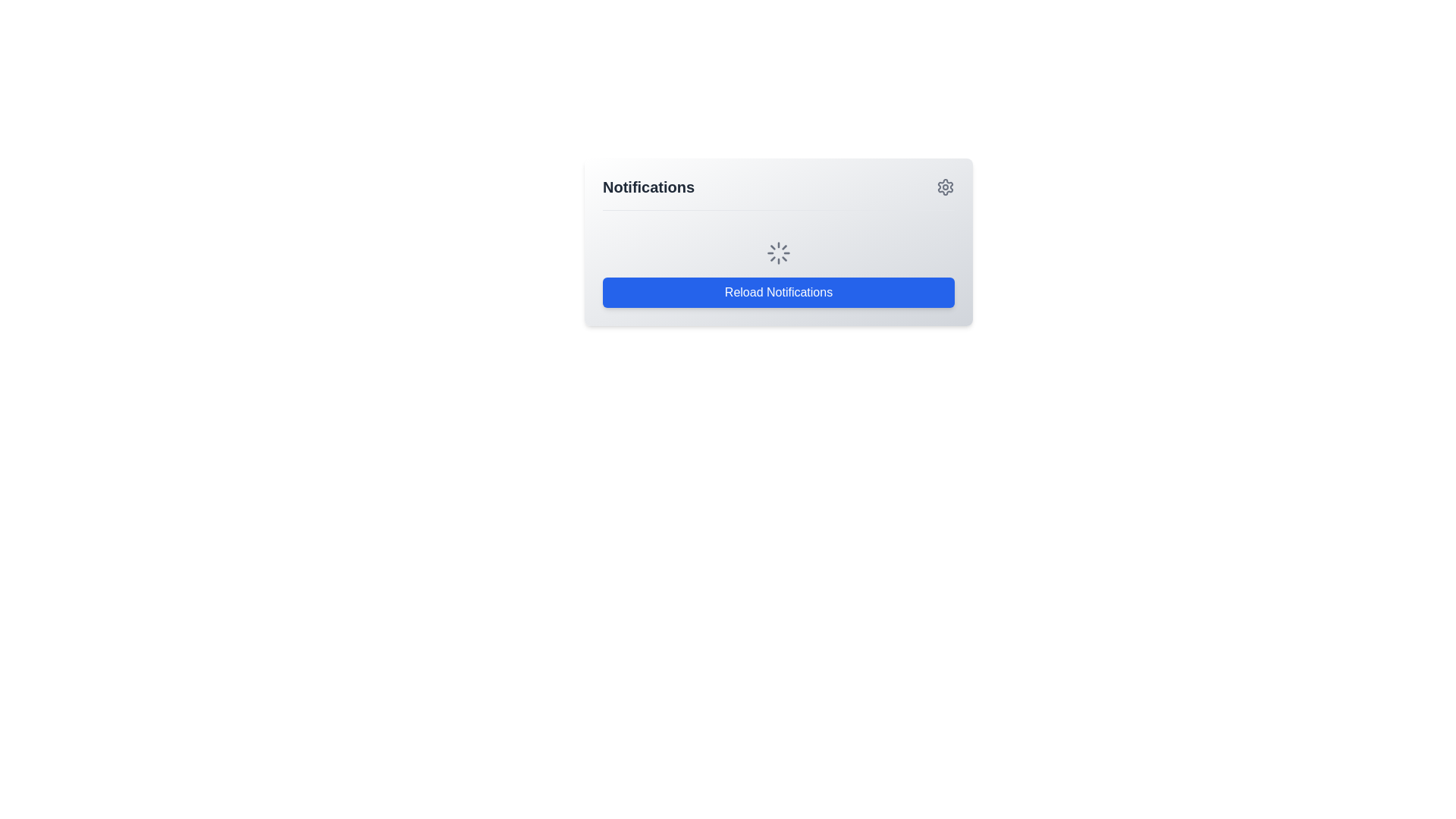  I want to click on the Settings icon, which resembles a gear and is located in the top-right corner next to the Notifications title, to trigger the hover effect that darkens its color, so click(945, 186).